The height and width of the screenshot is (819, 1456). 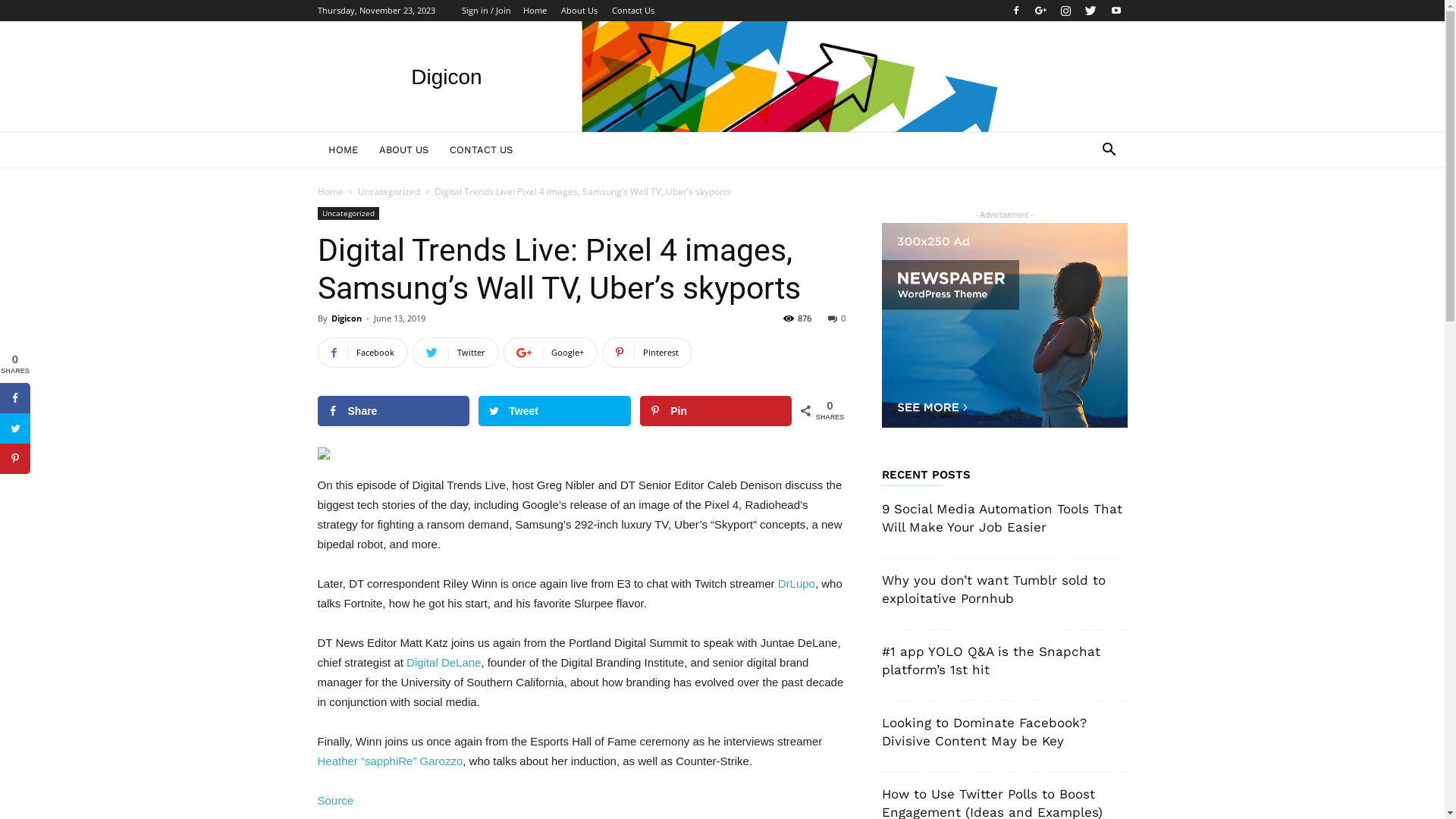 What do you see at coordinates (836, 317) in the screenshot?
I see `'0'` at bounding box center [836, 317].